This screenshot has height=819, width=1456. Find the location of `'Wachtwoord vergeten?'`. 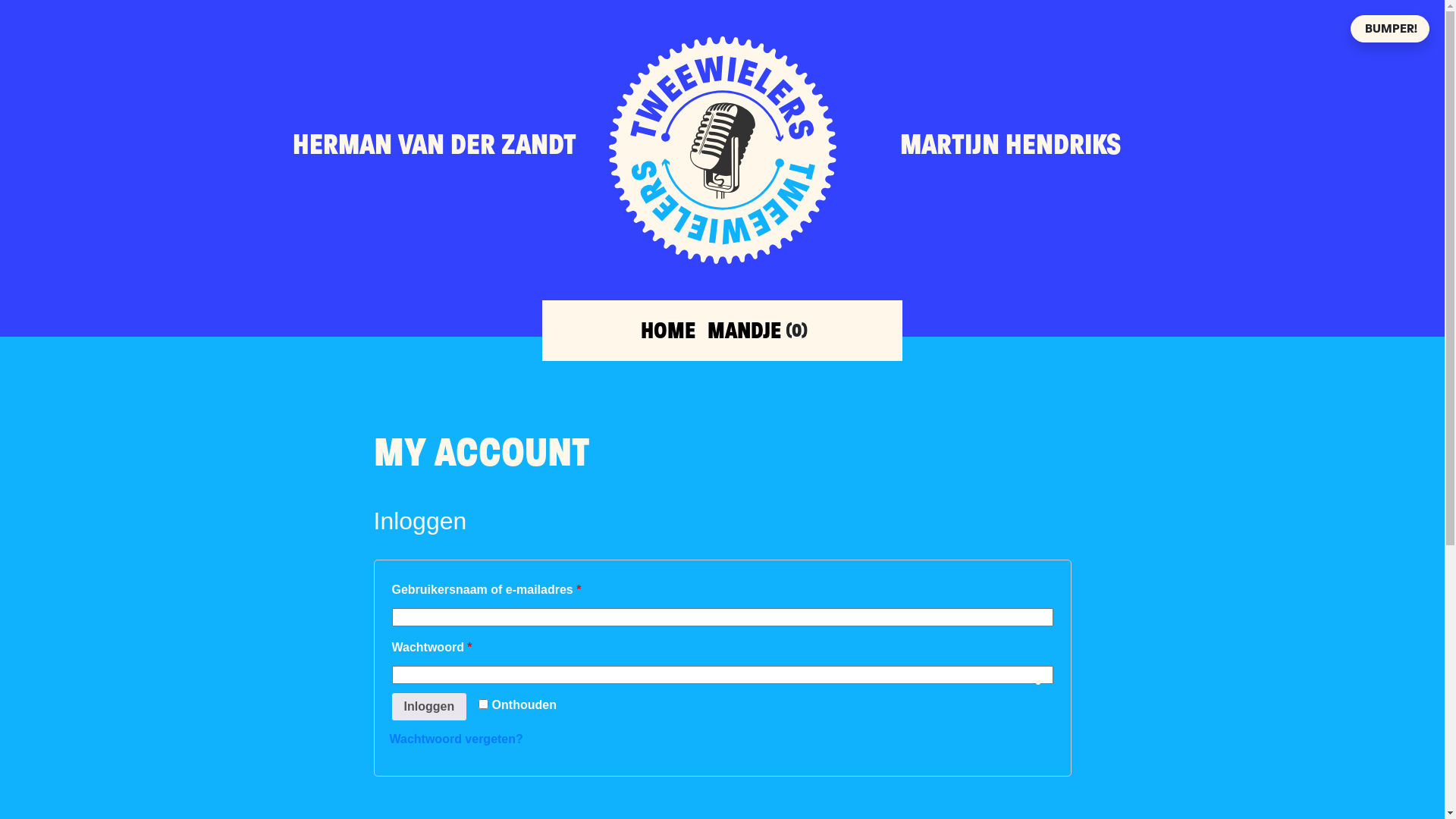

'Wachtwoord vergeten?' is located at coordinates (455, 738).